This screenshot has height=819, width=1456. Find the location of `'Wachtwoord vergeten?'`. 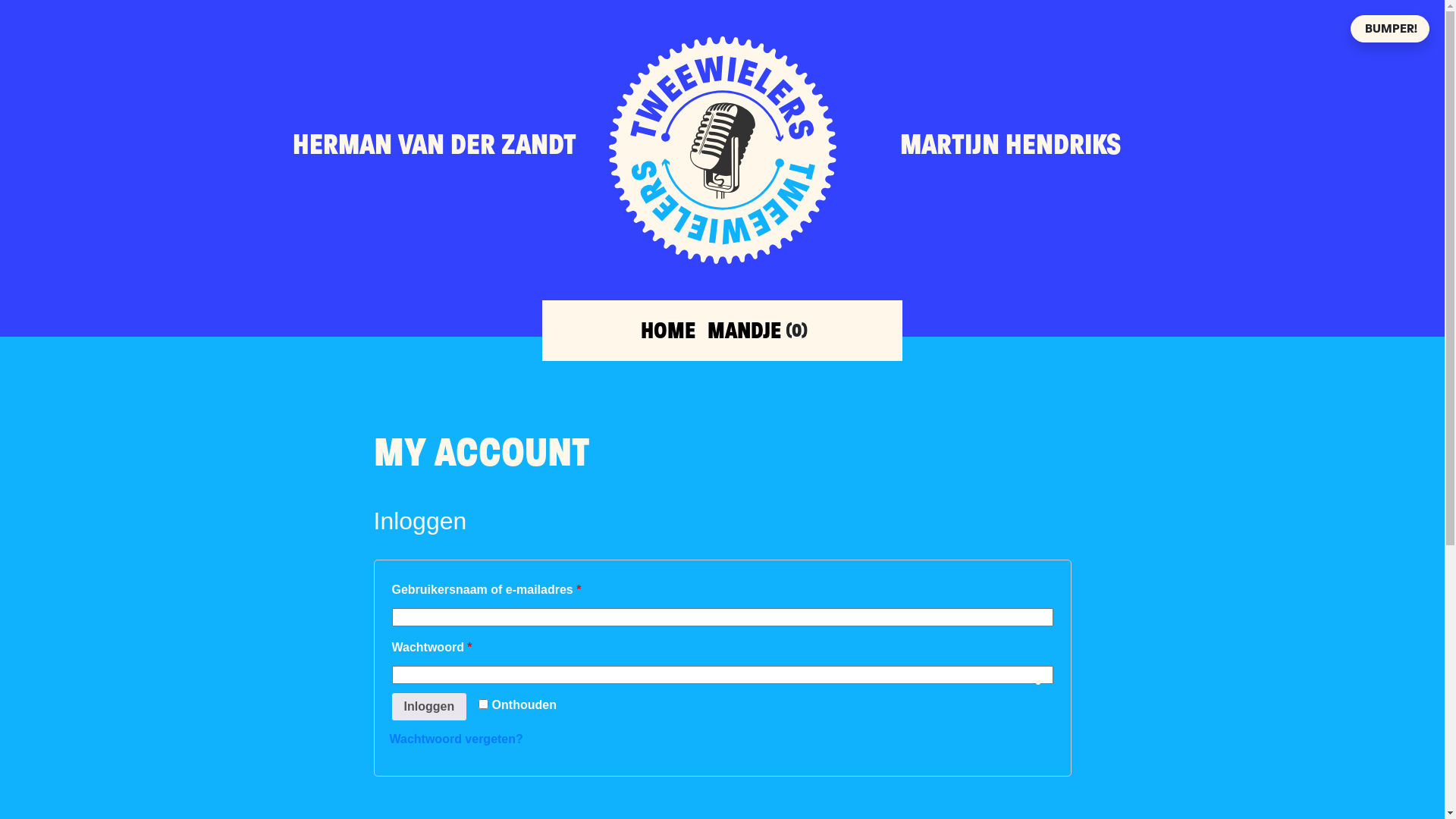

'Wachtwoord vergeten?' is located at coordinates (455, 738).